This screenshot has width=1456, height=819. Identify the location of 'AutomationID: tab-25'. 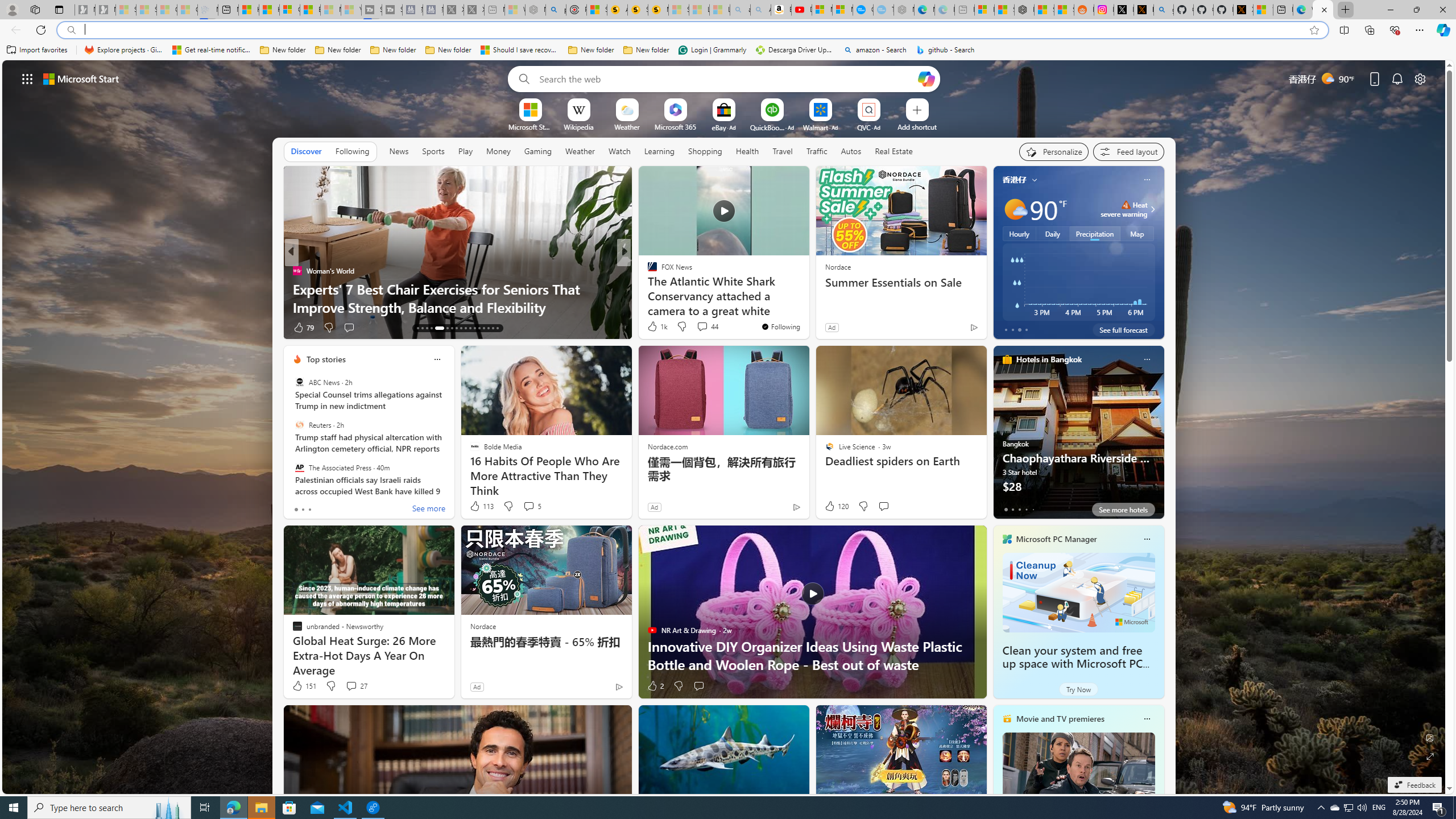
(478, 328).